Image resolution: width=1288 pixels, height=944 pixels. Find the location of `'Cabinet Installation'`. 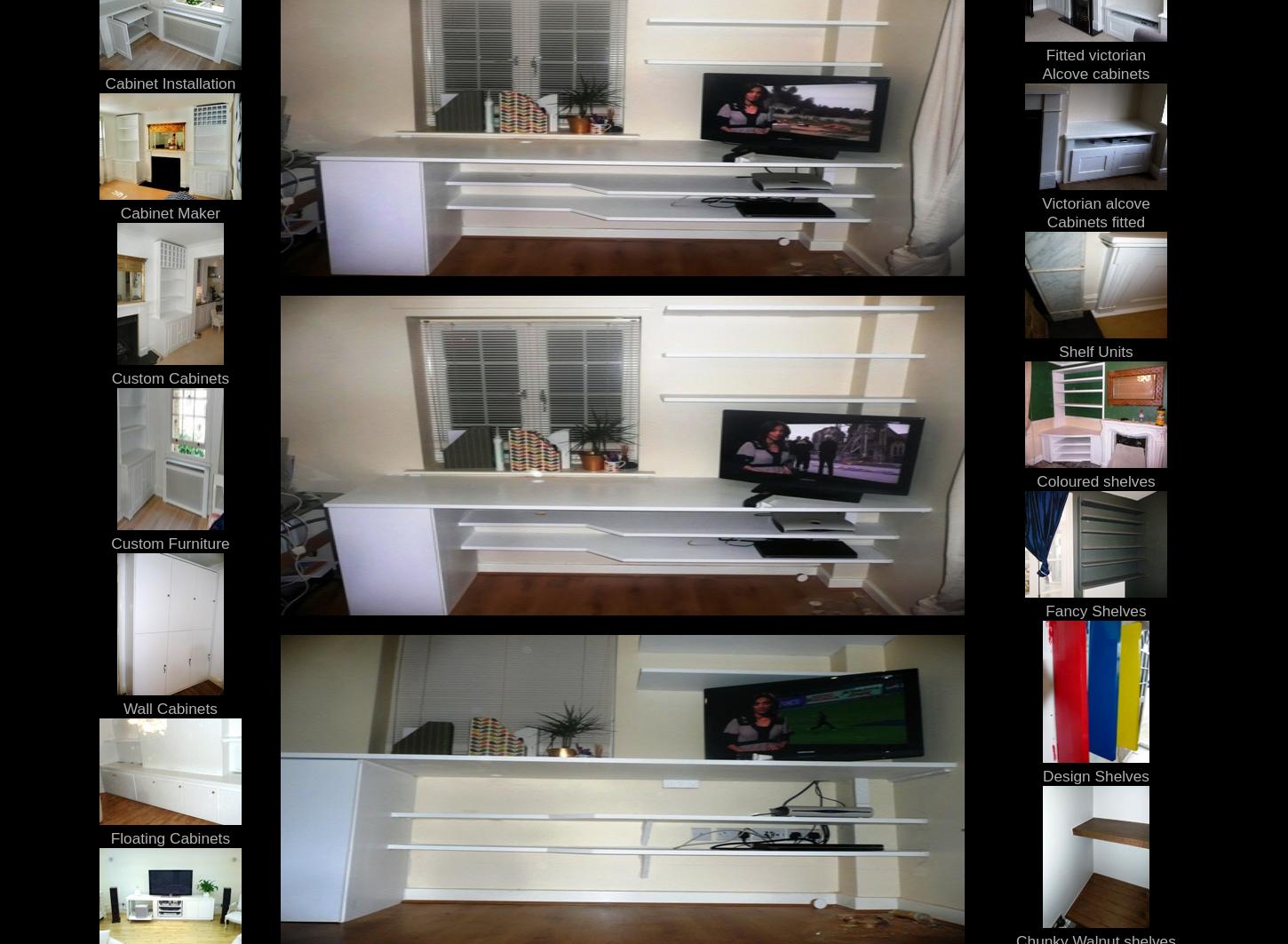

'Cabinet Installation' is located at coordinates (169, 83).